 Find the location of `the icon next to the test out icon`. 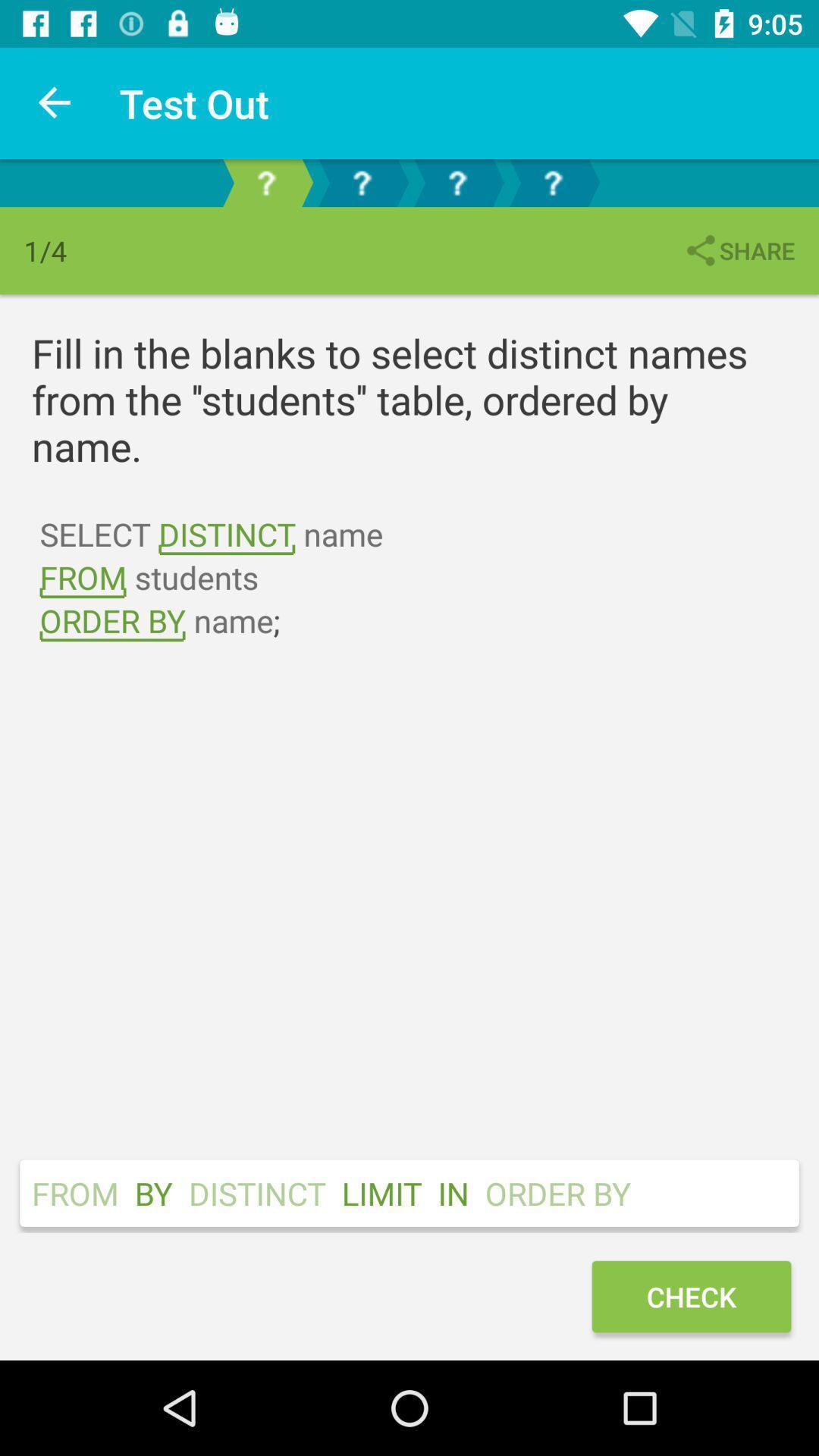

the icon next to the test out icon is located at coordinates (55, 102).